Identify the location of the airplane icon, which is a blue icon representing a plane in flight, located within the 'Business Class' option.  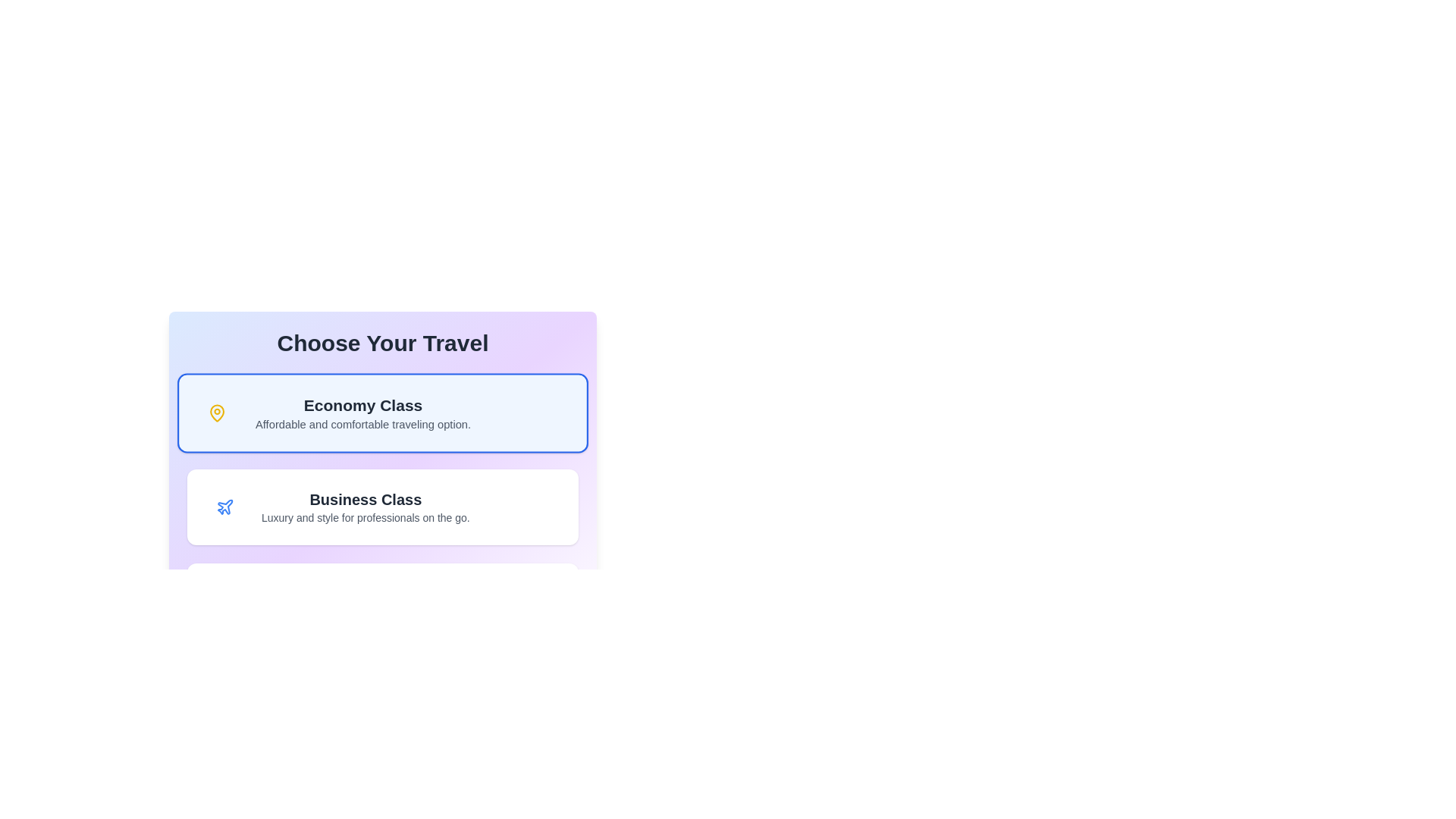
(224, 507).